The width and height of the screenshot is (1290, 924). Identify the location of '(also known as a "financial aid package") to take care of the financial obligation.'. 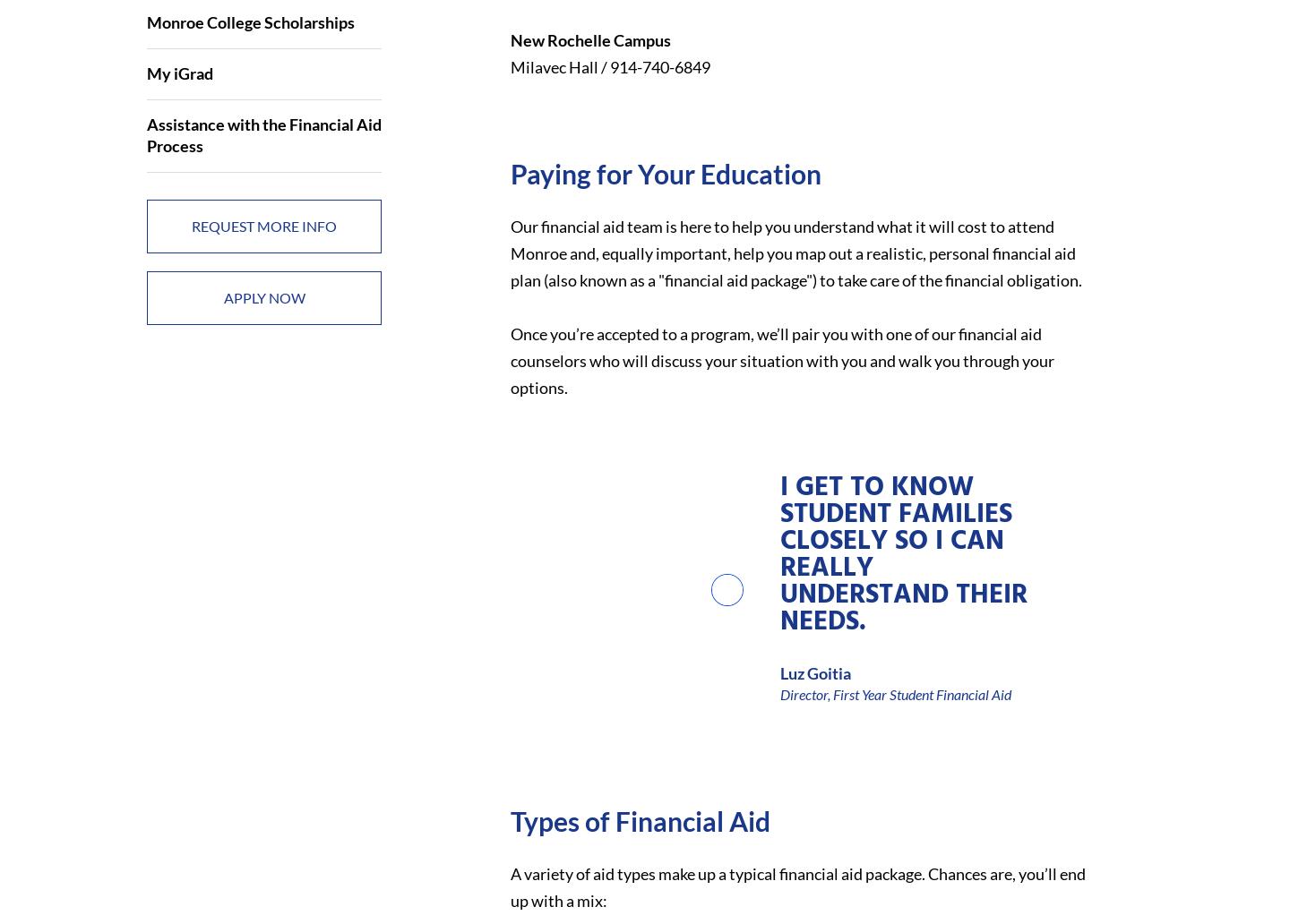
(541, 278).